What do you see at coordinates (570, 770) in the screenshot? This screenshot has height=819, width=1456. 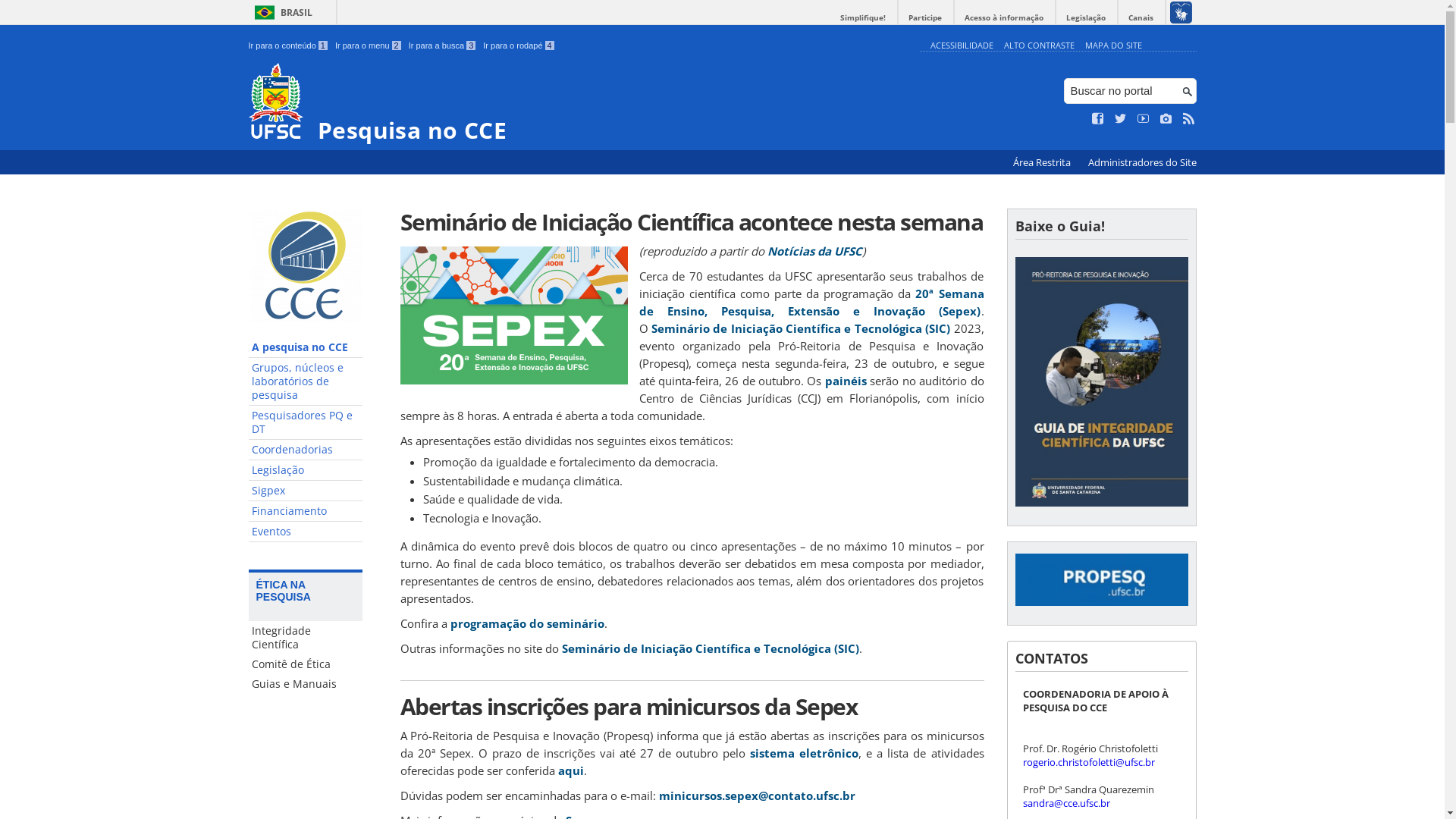 I see `'aqui'` at bounding box center [570, 770].